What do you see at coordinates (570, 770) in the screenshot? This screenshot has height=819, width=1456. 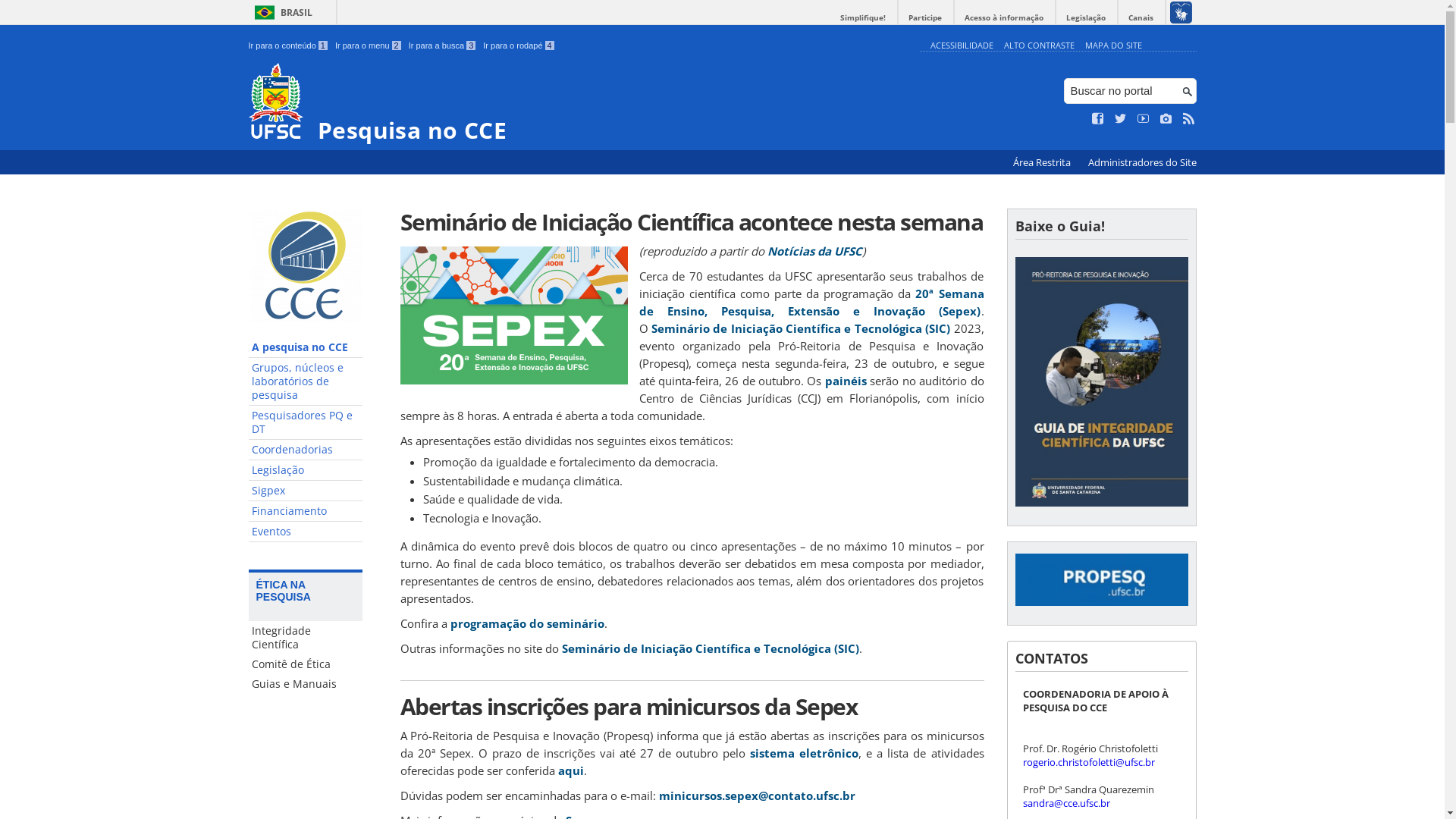 I see `'aqui'` at bounding box center [570, 770].